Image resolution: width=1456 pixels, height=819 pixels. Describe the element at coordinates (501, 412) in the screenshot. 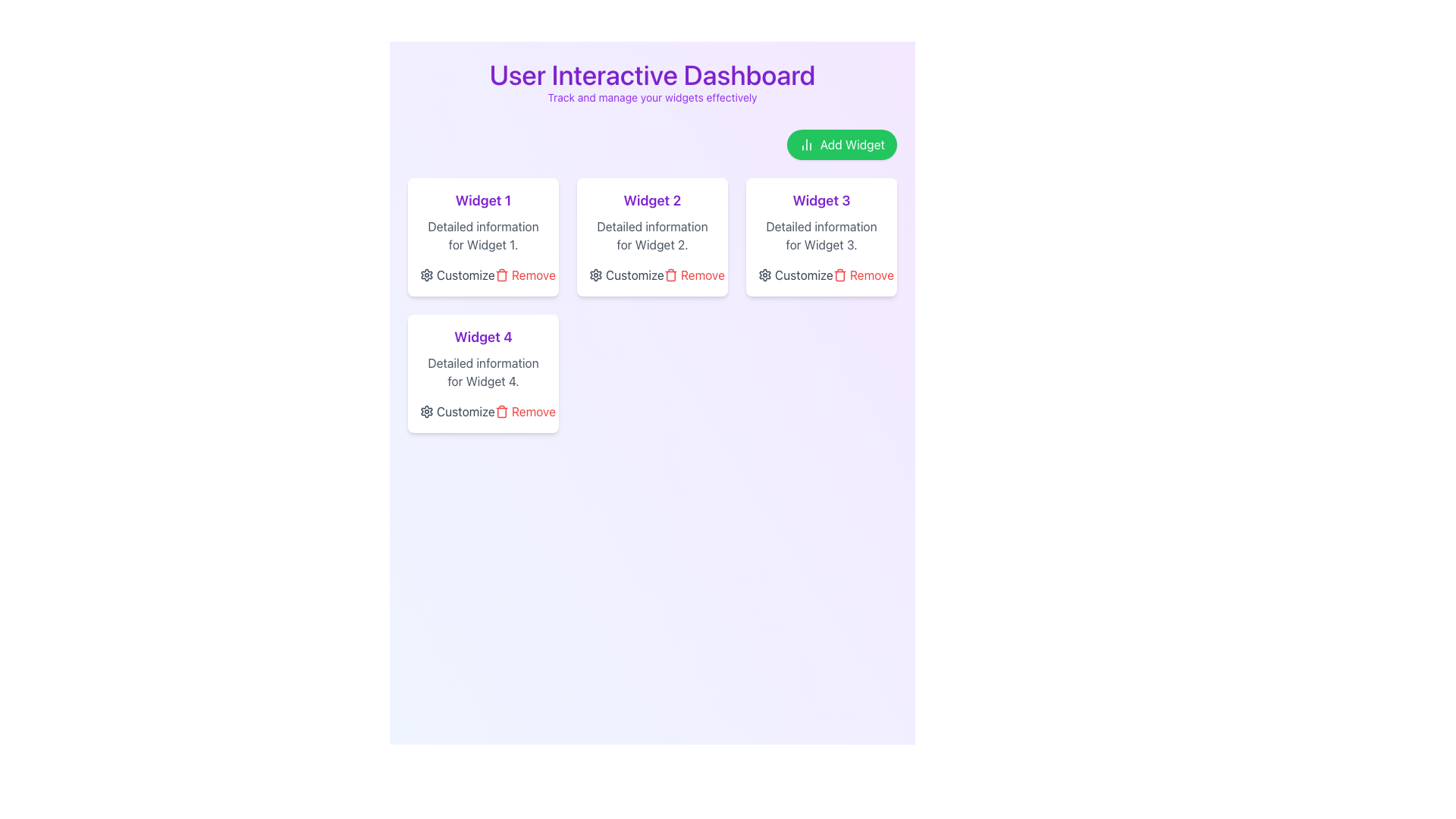

I see `the trash bin icon with red outlines located in the bottom-right corner of 'Widget 4'` at that location.